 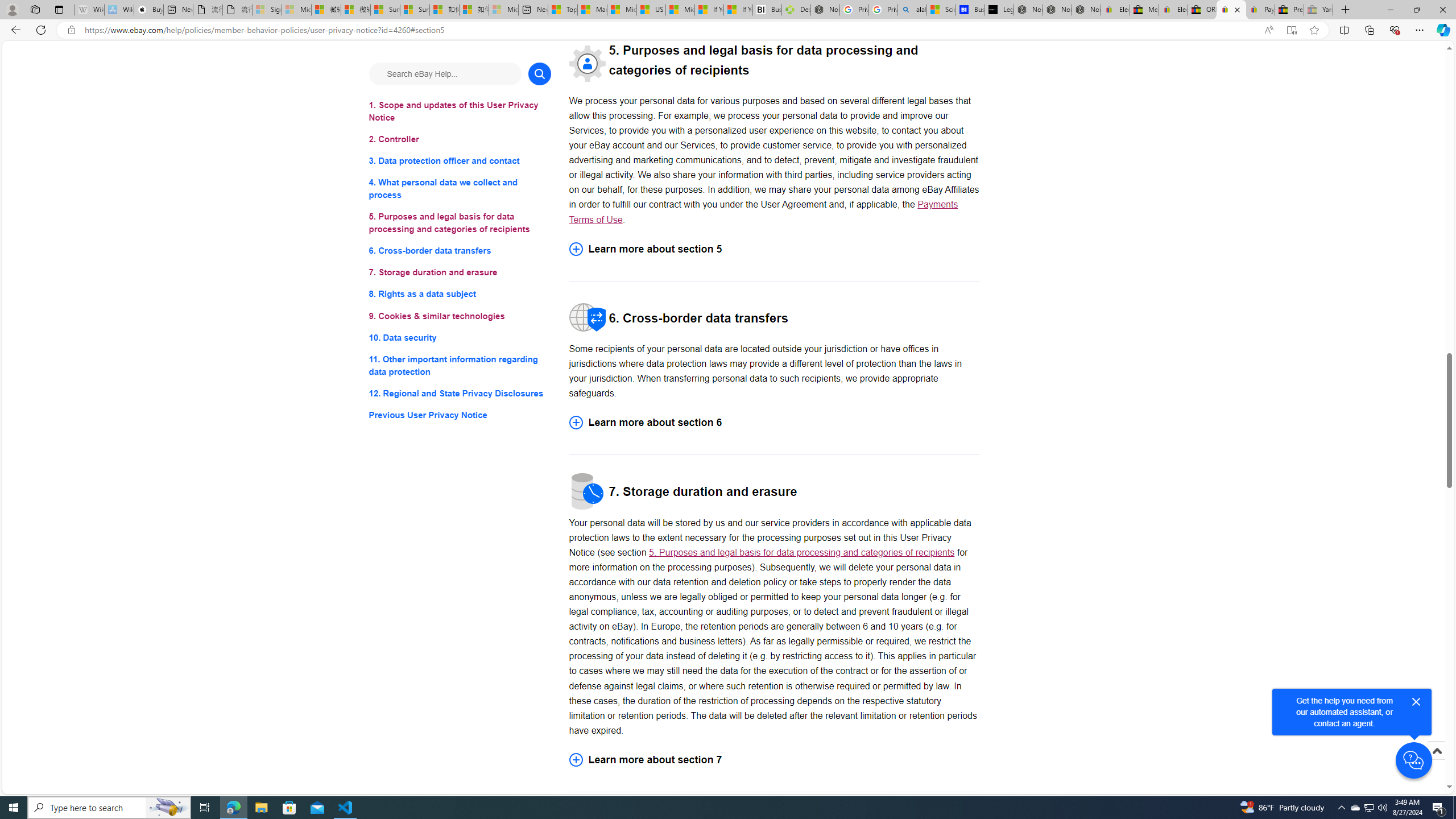 I want to click on '11. Other important information regarding data protection', so click(x=459, y=365).